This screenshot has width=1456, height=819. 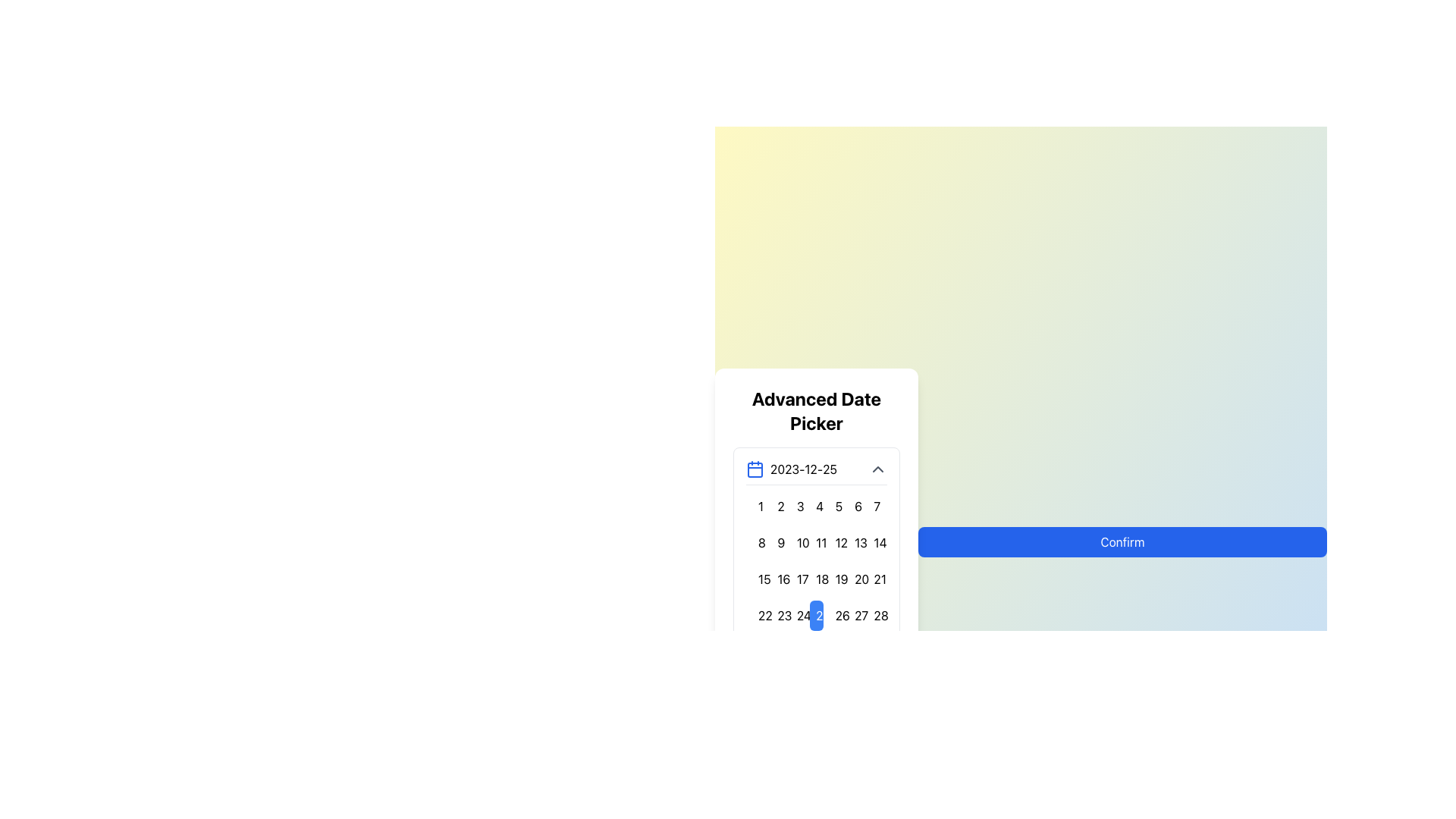 I want to click on the rectangular button with rounded corners labeled '16' in bold font within the date picker interface, so click(x=778, y=579).